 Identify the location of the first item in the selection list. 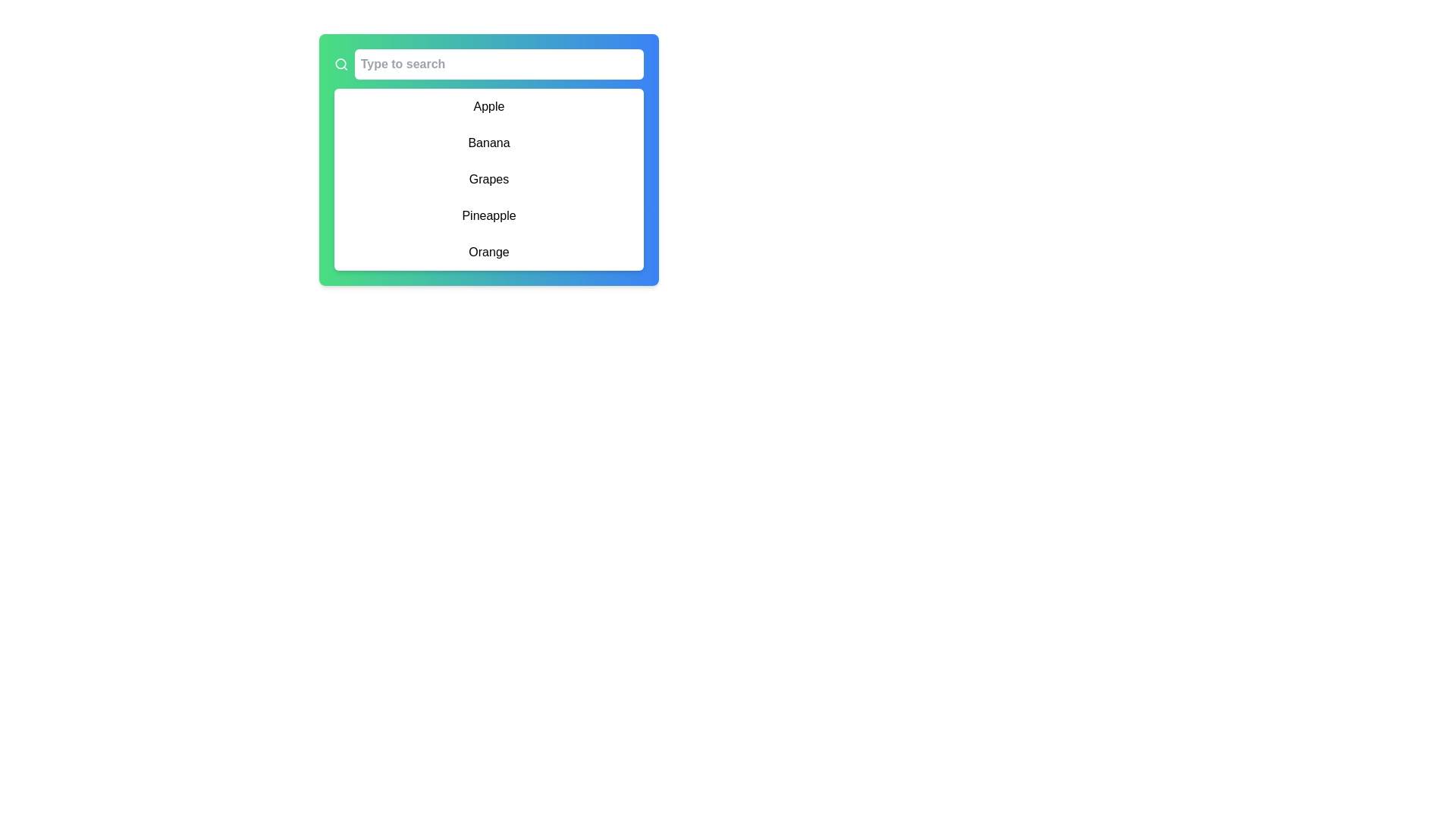
(488, 106).